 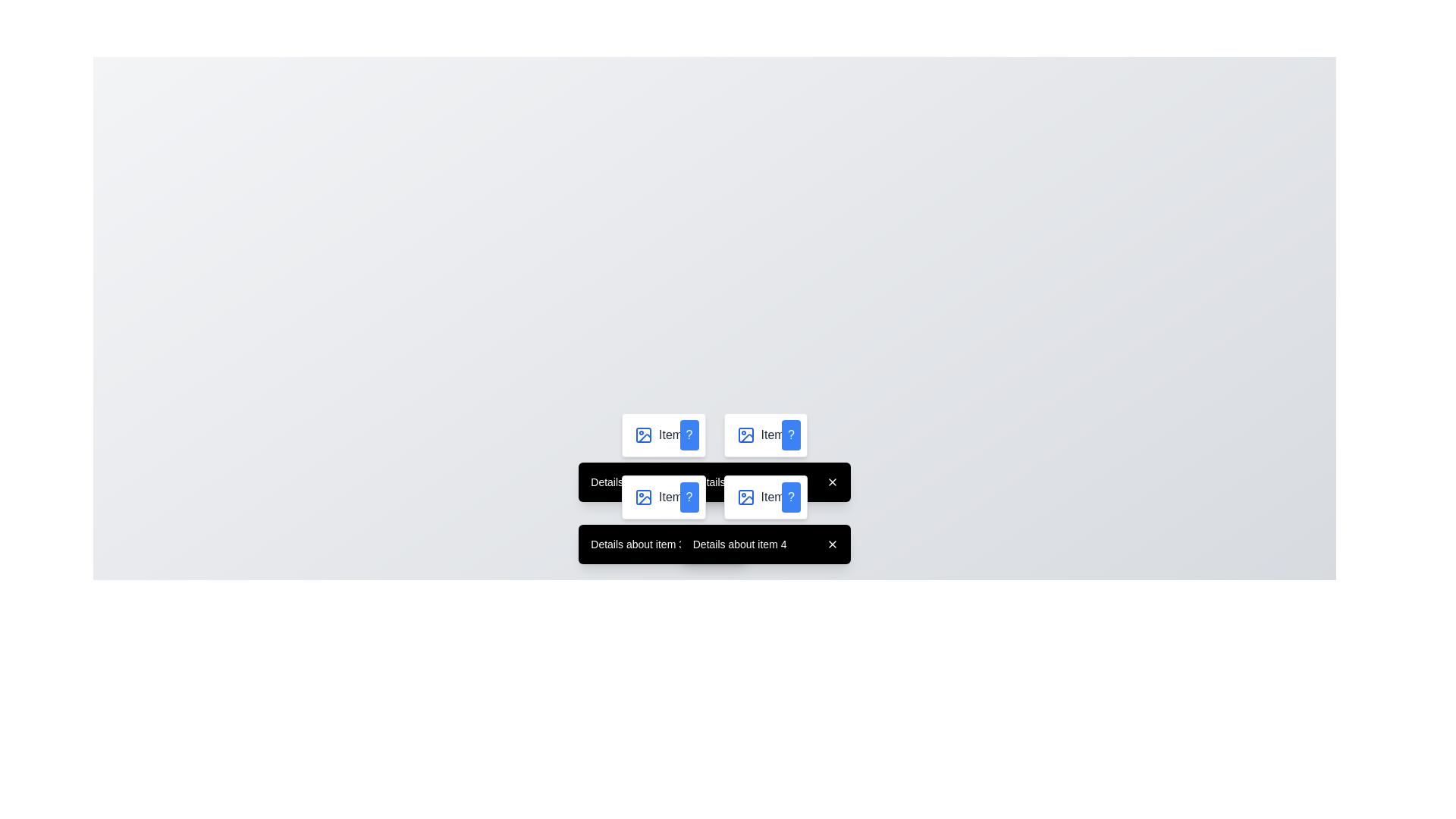 What do you see at coordinates (745, 497) in the screenshot?
I see `the blue rectangle with rounded corners that serves as the base shape of the SVG icon to identify the icon` at bounding box center [745, 497].